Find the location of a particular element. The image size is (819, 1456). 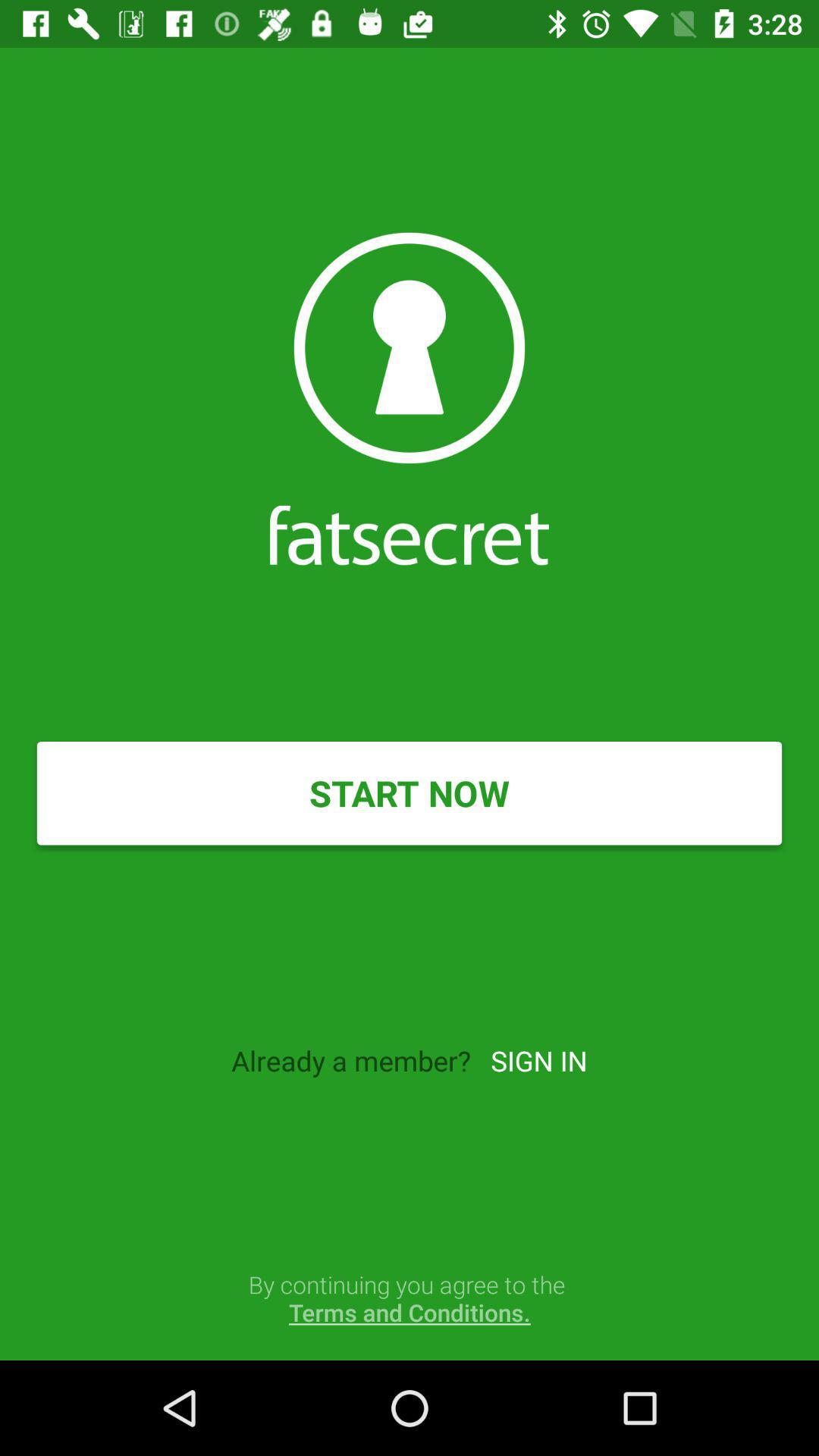

the item below already a member? icon is located at coordinates (409, 1298).